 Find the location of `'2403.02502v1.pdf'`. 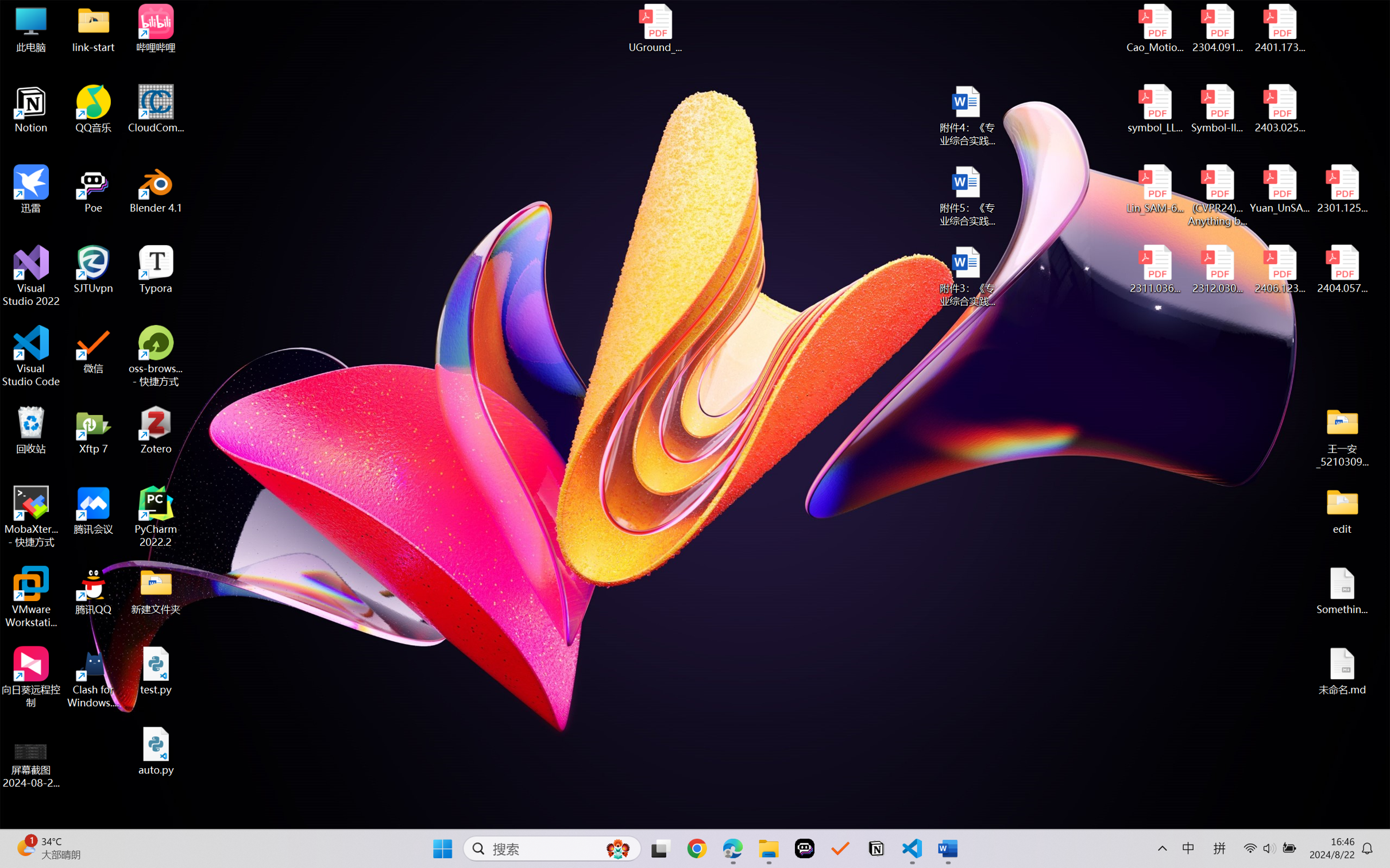

'2403.02502v1.pdf' is located at coordinates (1279, 109).